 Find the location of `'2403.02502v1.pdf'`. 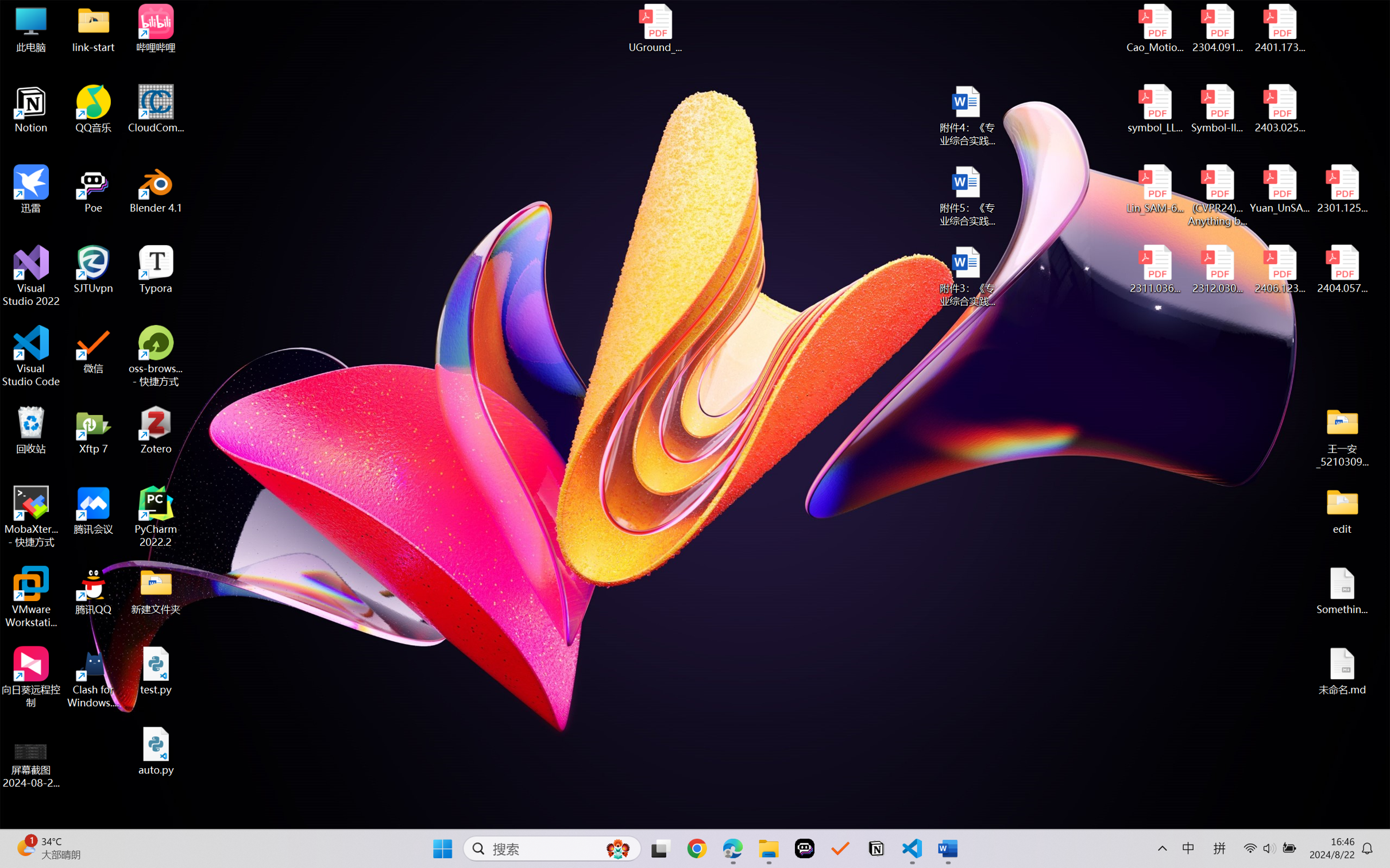

'2403.02502v1.pdf' is located at coordinates (1279, 109).